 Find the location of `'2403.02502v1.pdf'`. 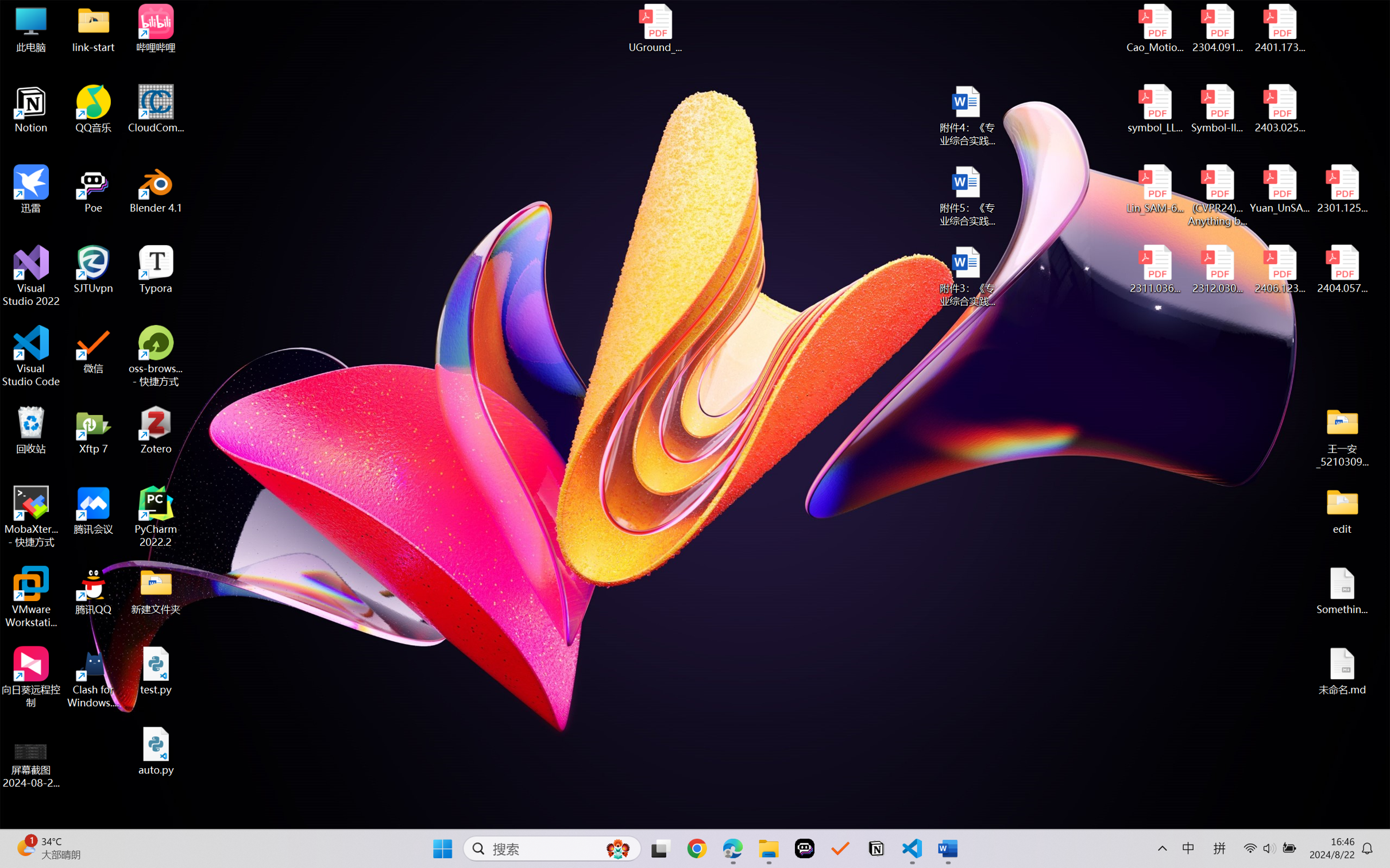

'2403.02502v1.pdf' is located at coordinates (1279, 109).